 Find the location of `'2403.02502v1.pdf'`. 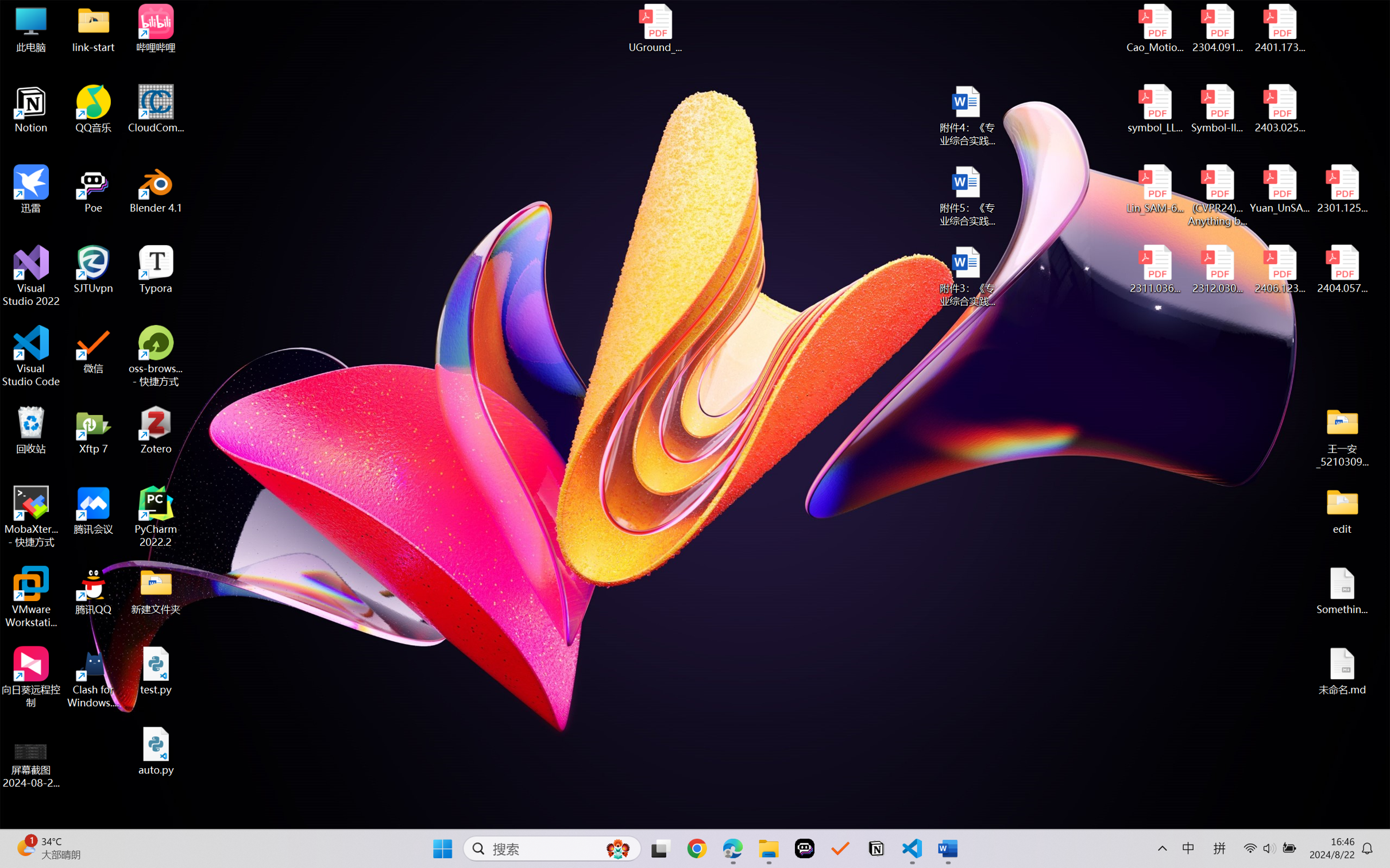

'2403.02502v1.pdf' is located at coordinates (1279, 109).